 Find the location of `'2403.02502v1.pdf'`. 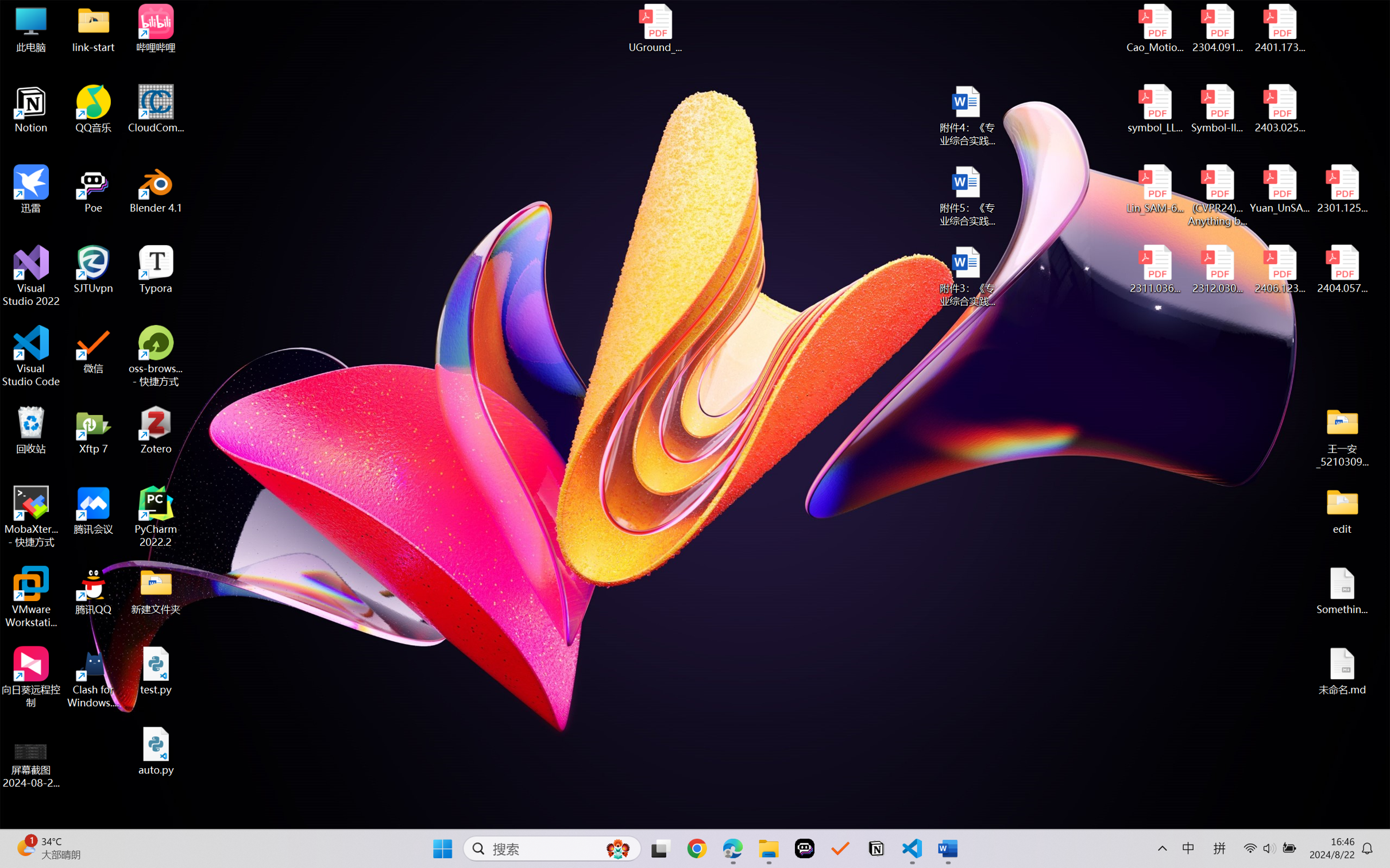

'2403.02502v1.pdf' is located at coordinates (1279, 109).